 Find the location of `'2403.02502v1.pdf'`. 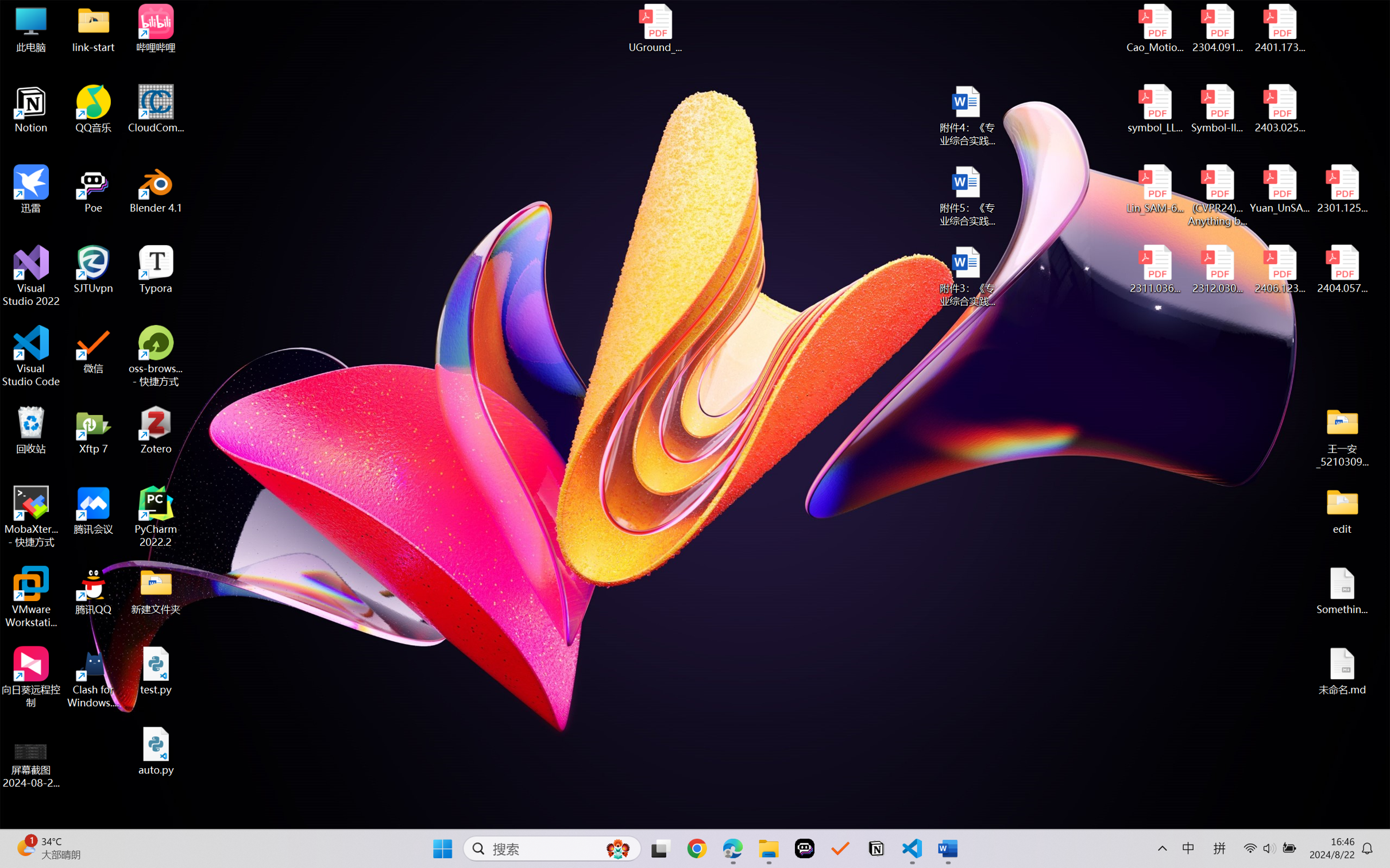

'2403.02502v1.pdf' is located at coordinates (1279, 109).